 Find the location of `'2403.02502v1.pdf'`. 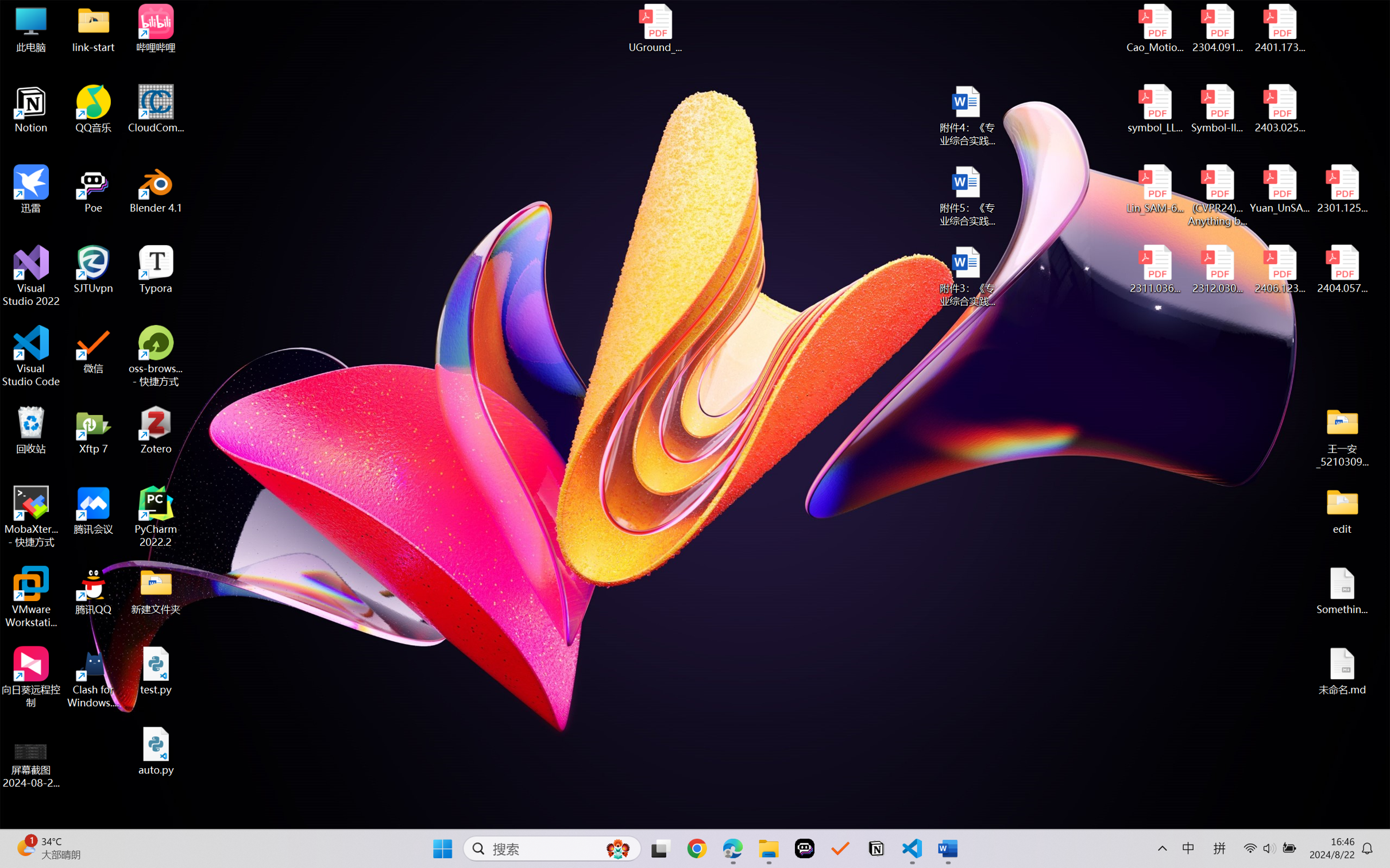

'2403.02502v1.pdf' is located at coordinates (1279, 109).